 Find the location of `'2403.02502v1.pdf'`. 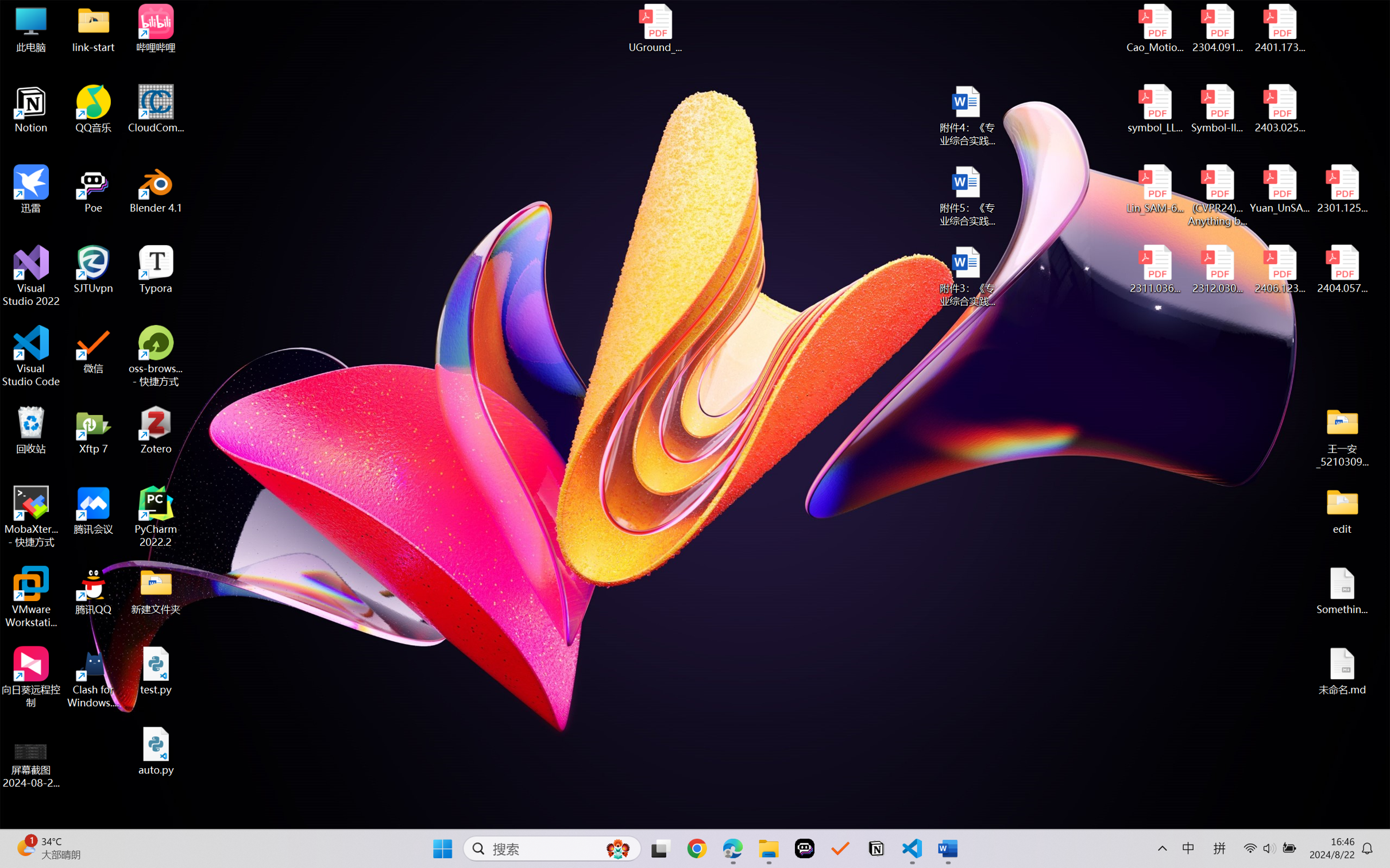

'2403.02502v1.pdf' is located at coordinates (1279, 109).